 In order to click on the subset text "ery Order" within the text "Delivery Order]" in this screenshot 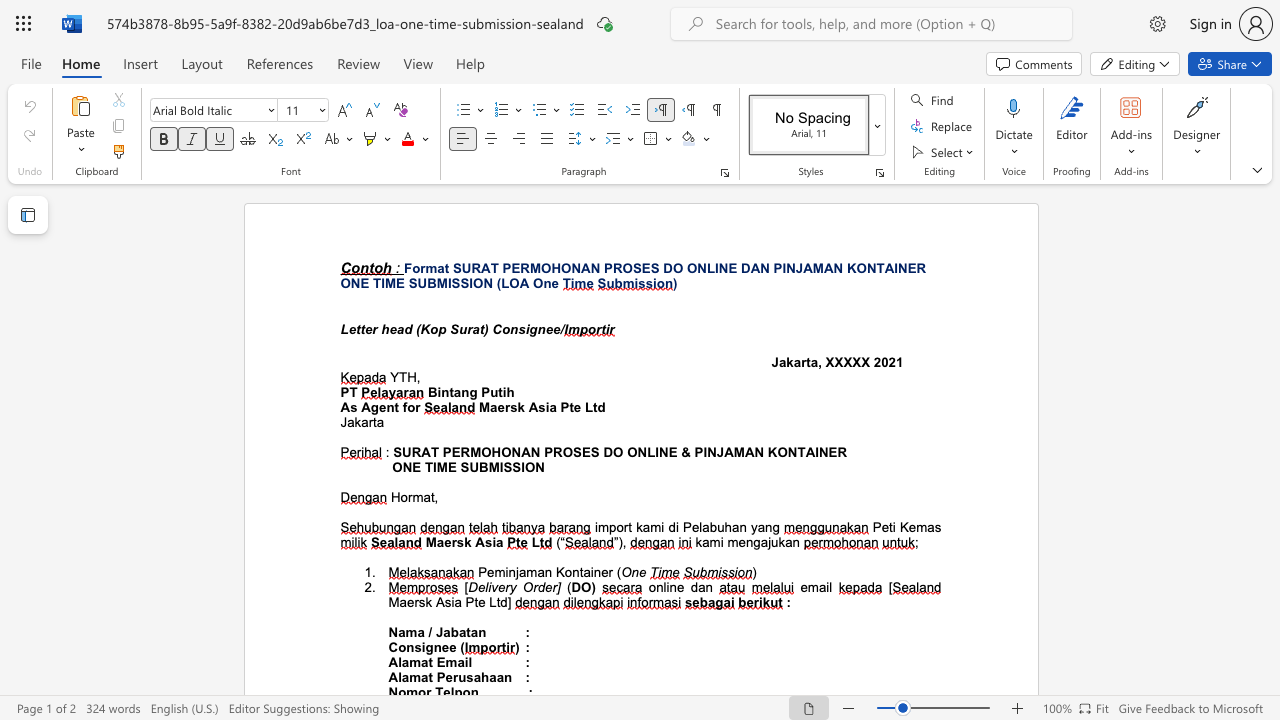, I will do `click(497, 586)`.